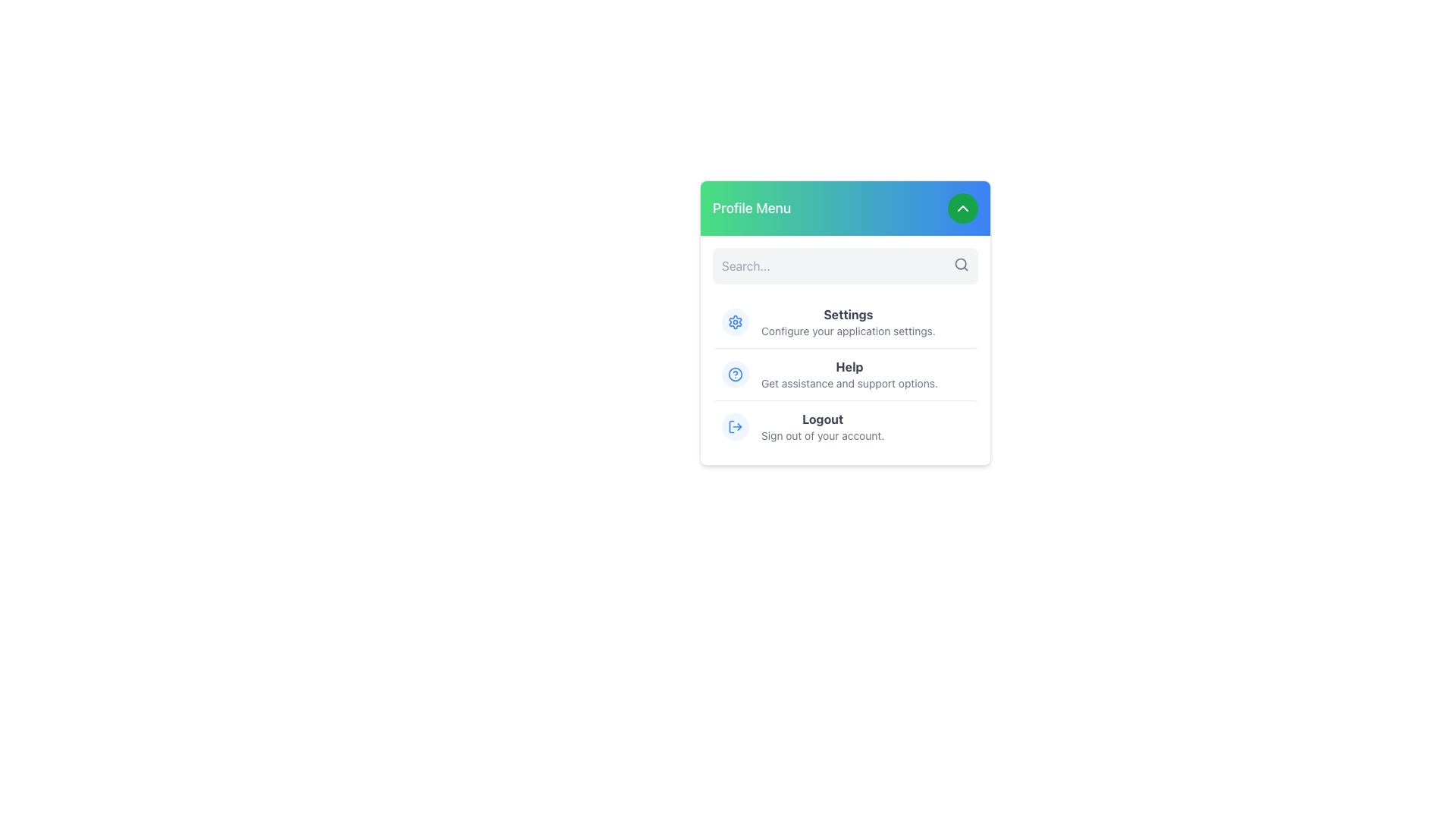 This screenshot has width=1456, height=819. Describe the element at coordinates (847, 330) in the screenshot. I see `the descriptive label located below the 'Settings' header in the profile menu, which is inside a white rectangular card with a green-blue gradient header` at that location.